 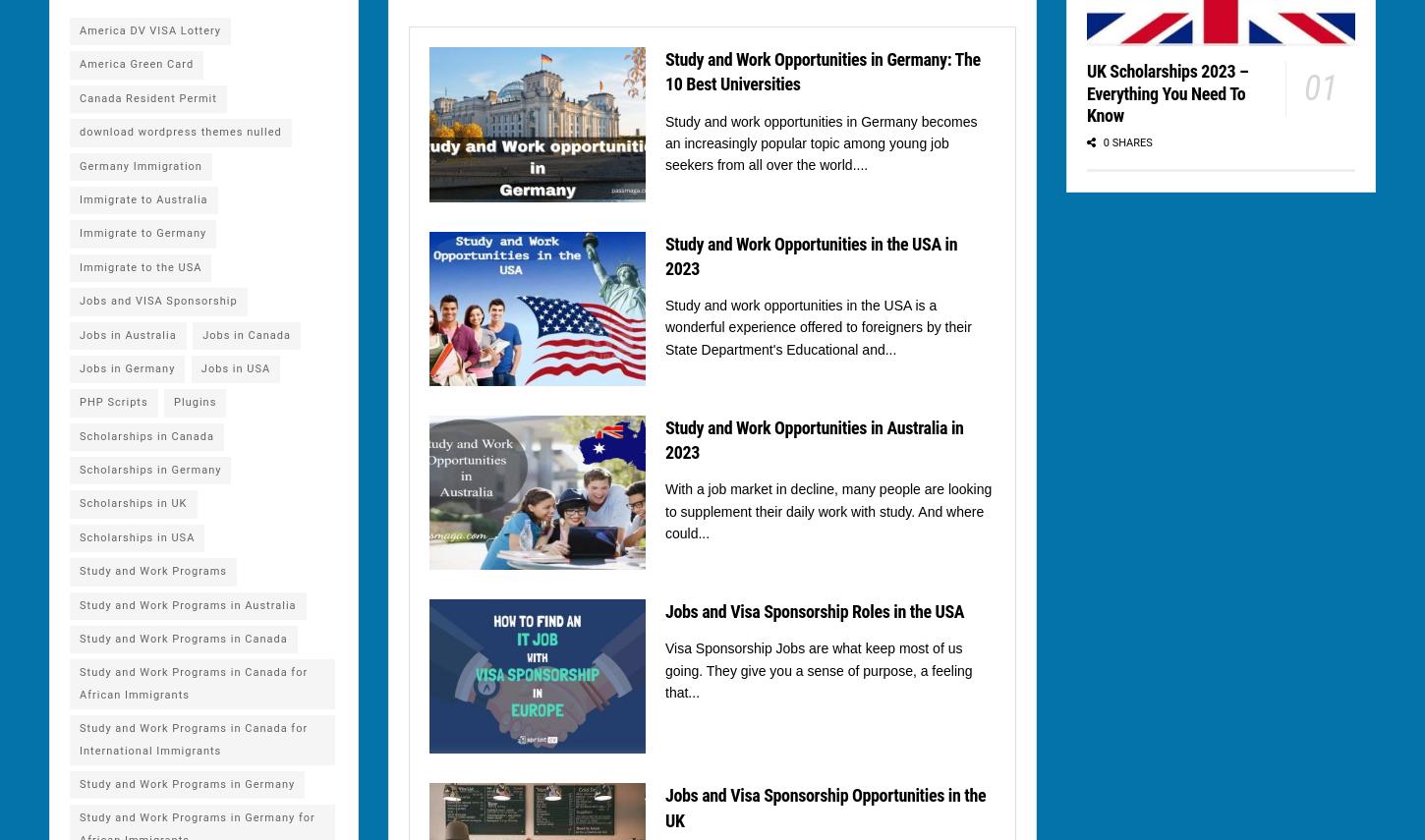 I want to click on 'Visa Sponsorship Jobs are what keep most of us going. They give you a sense of purpose, a feeling that...', so click(x=819, y=670).